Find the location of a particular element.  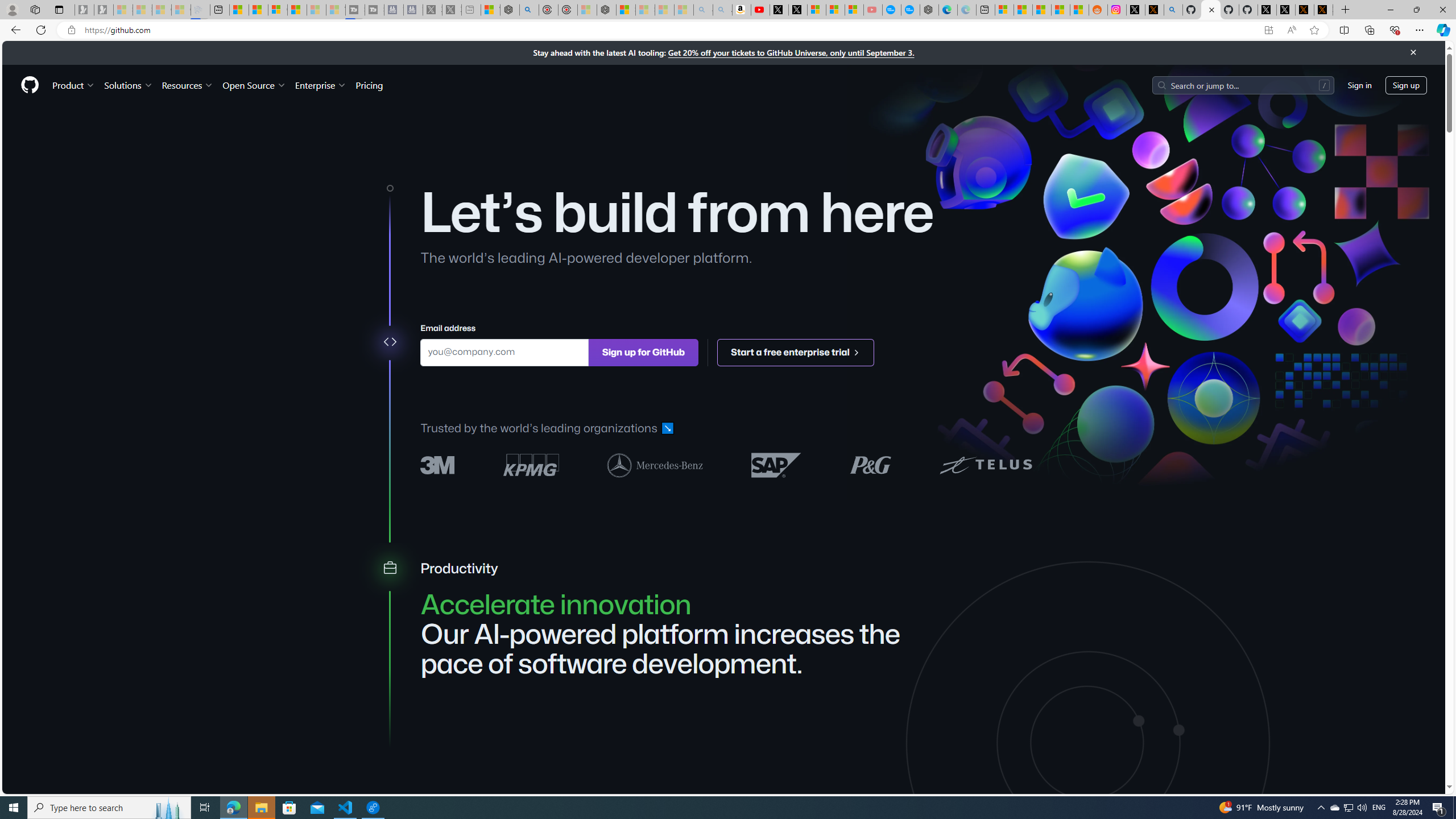

'Profile / X' is located at coordinates (1267, 9).